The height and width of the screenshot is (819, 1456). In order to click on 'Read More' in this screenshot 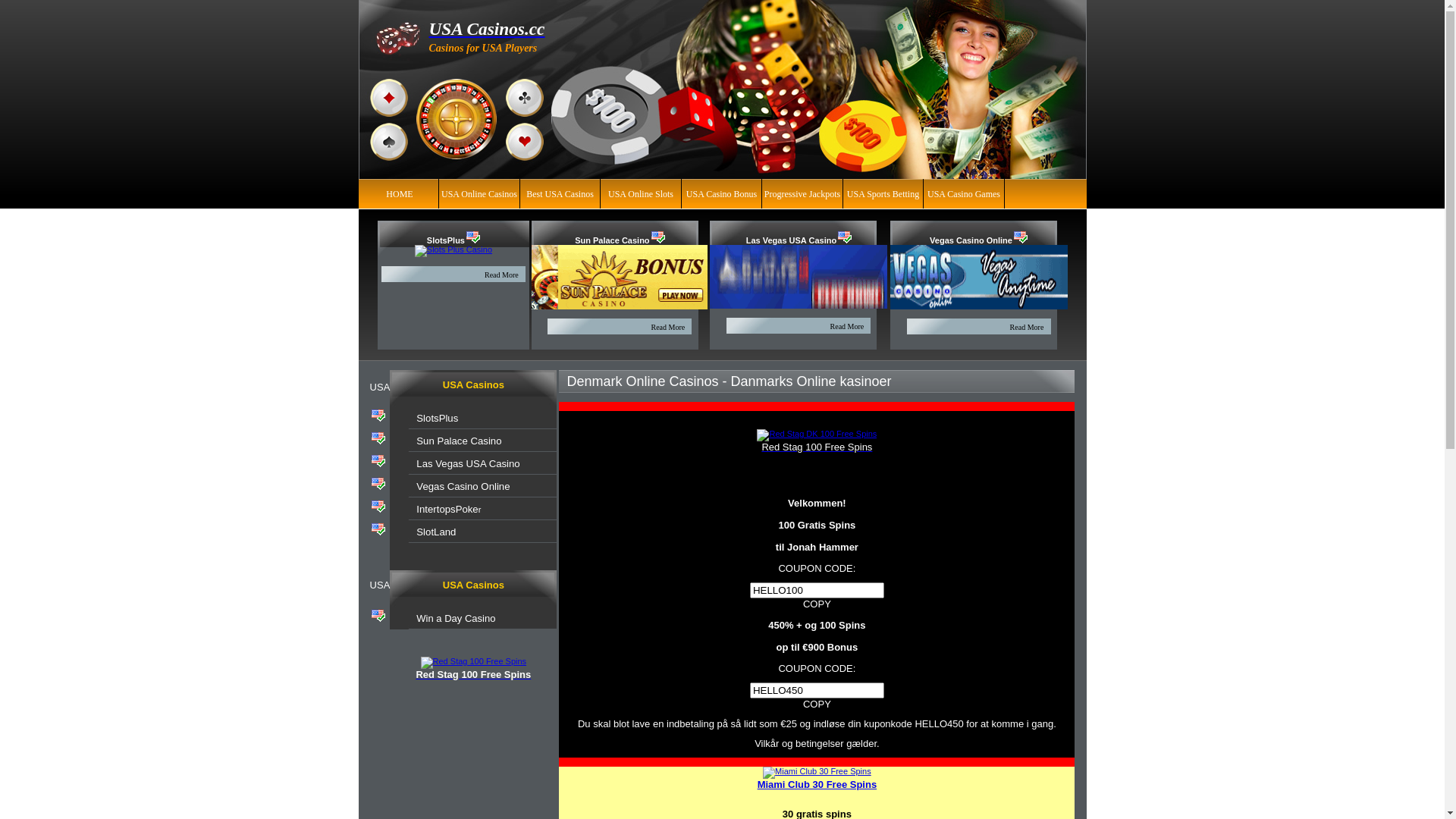, I will do `click(1027, 326)`.